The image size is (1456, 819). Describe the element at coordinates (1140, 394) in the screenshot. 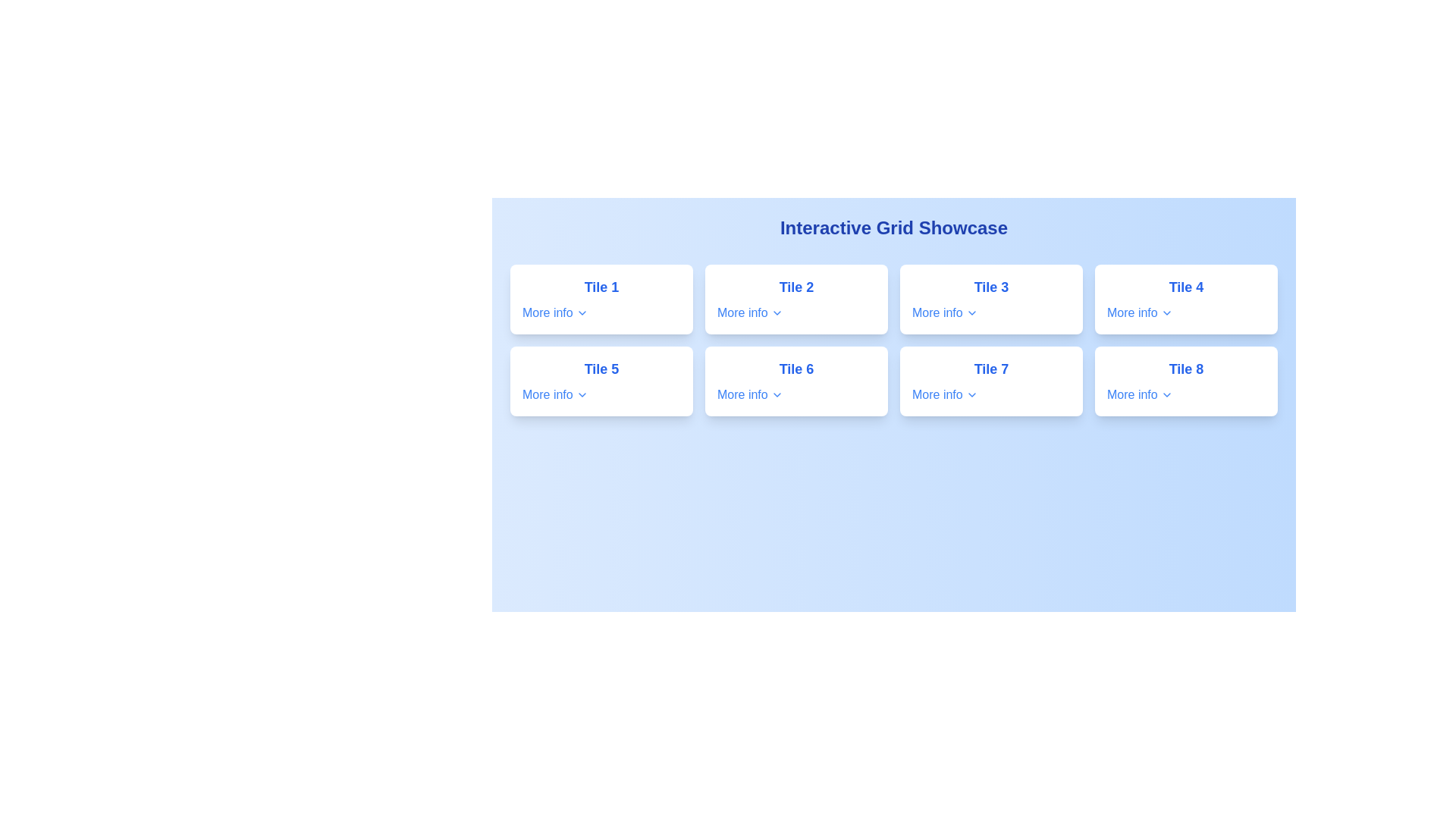

I see `the 'More info' button located in the bottom-right of the 'Tile 8' card` at that location.